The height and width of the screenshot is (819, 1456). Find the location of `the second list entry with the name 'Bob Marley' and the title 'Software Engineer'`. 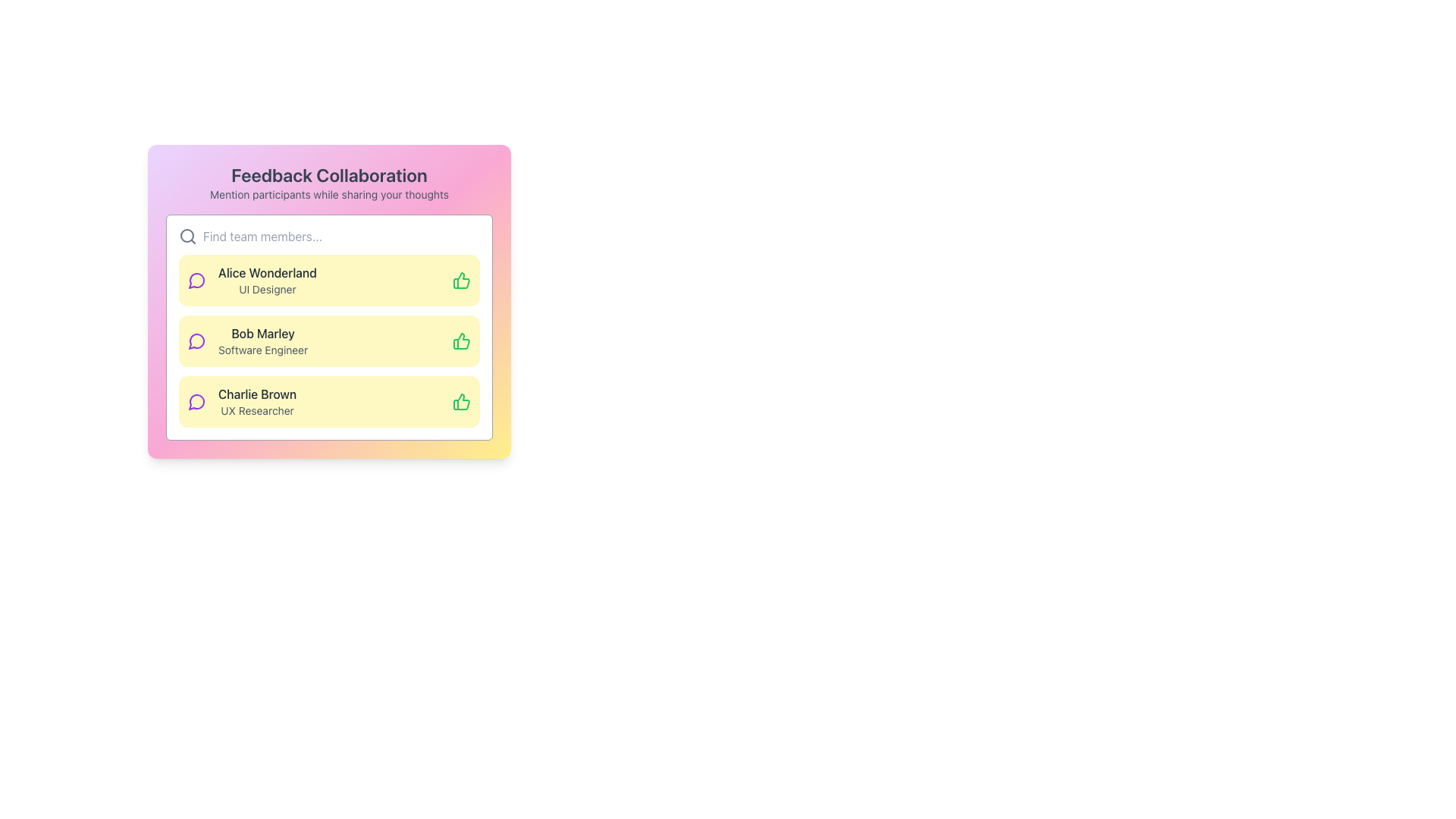

the second list entry with the name 'Bob Marley' and the title 'Software Engineer' is located at coordinates (328, 341).